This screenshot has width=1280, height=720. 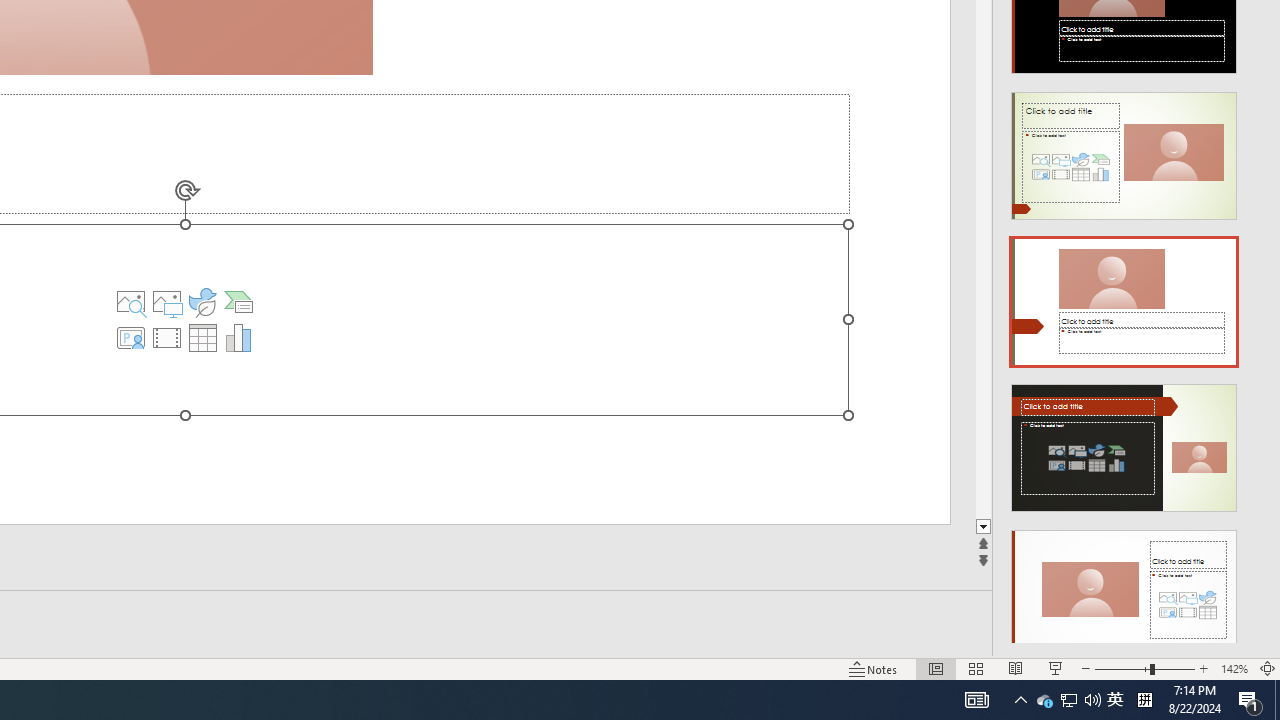 What do you see at coordinates (1121, 669) in the screenshot?
I see `'Zoom Out'` at bounding box center [1121, 669].